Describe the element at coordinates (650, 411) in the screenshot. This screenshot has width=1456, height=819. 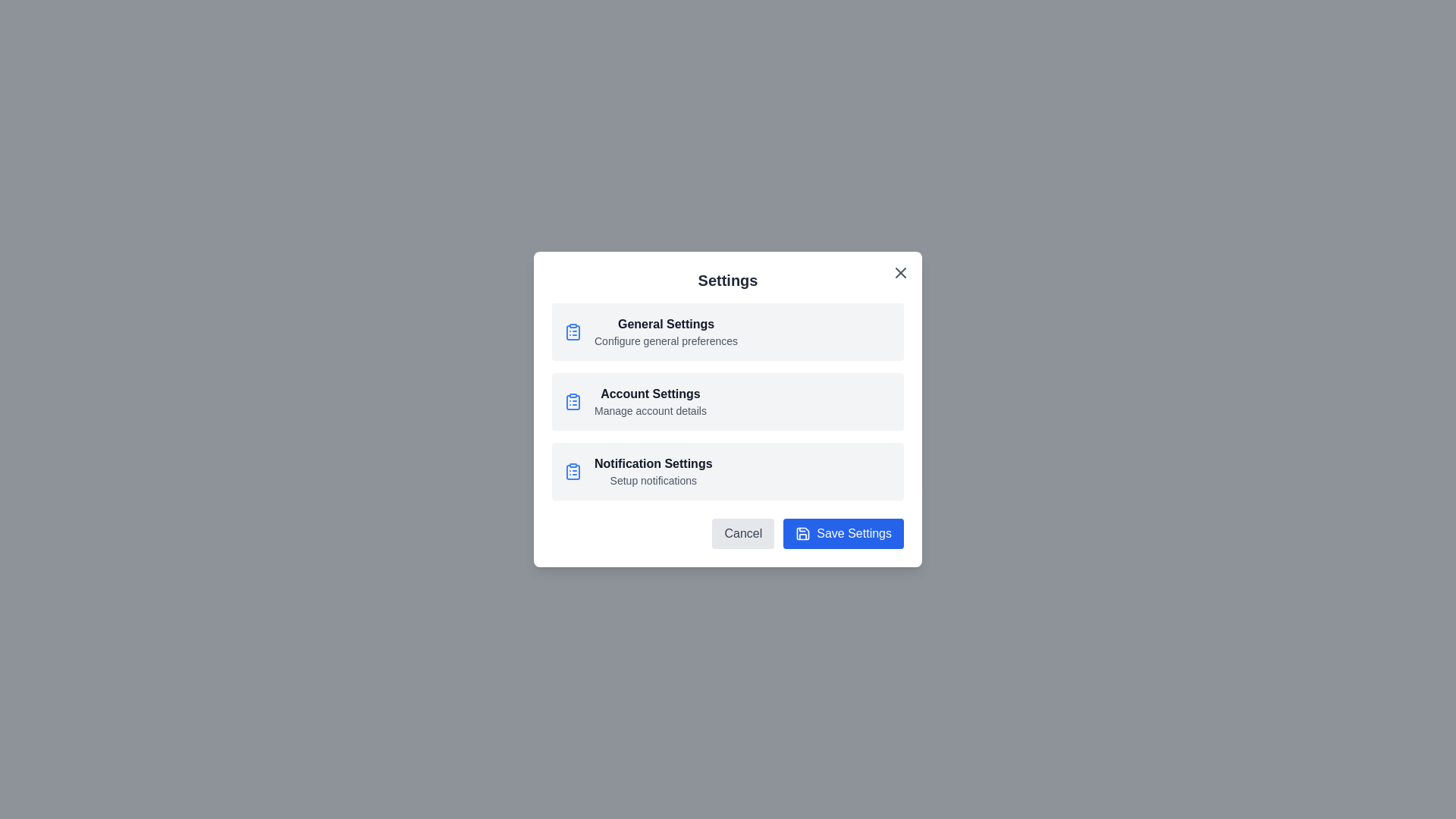
I see `the descriptive text element displaying 'Manage account details', which is styled in light gray and located directly below the 'Account Settings' header` at that location.